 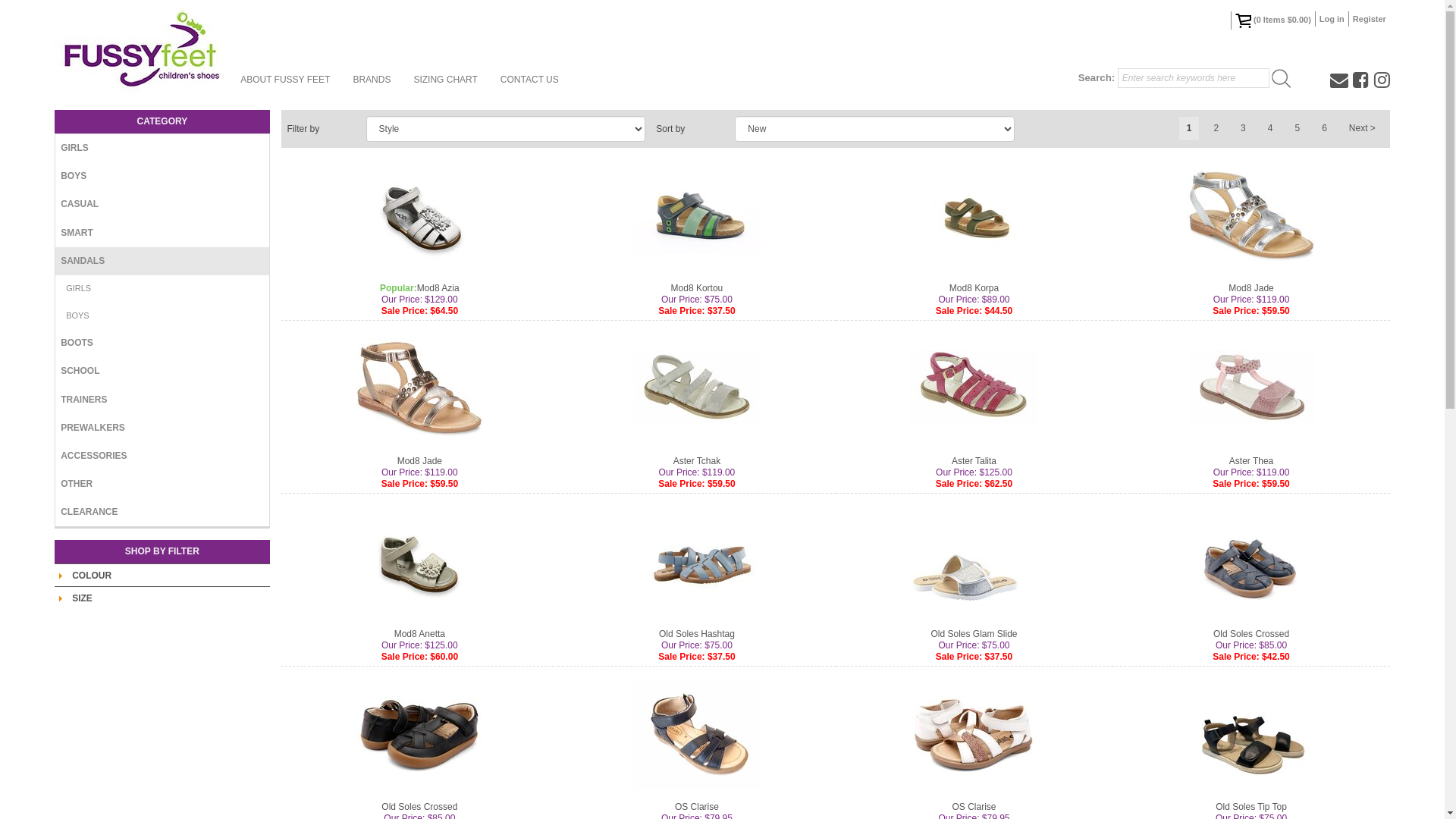 What do you see at coordinates (1280, 78) in the screenshot?
I see `'Go'` at bounding box center [1280, 78].